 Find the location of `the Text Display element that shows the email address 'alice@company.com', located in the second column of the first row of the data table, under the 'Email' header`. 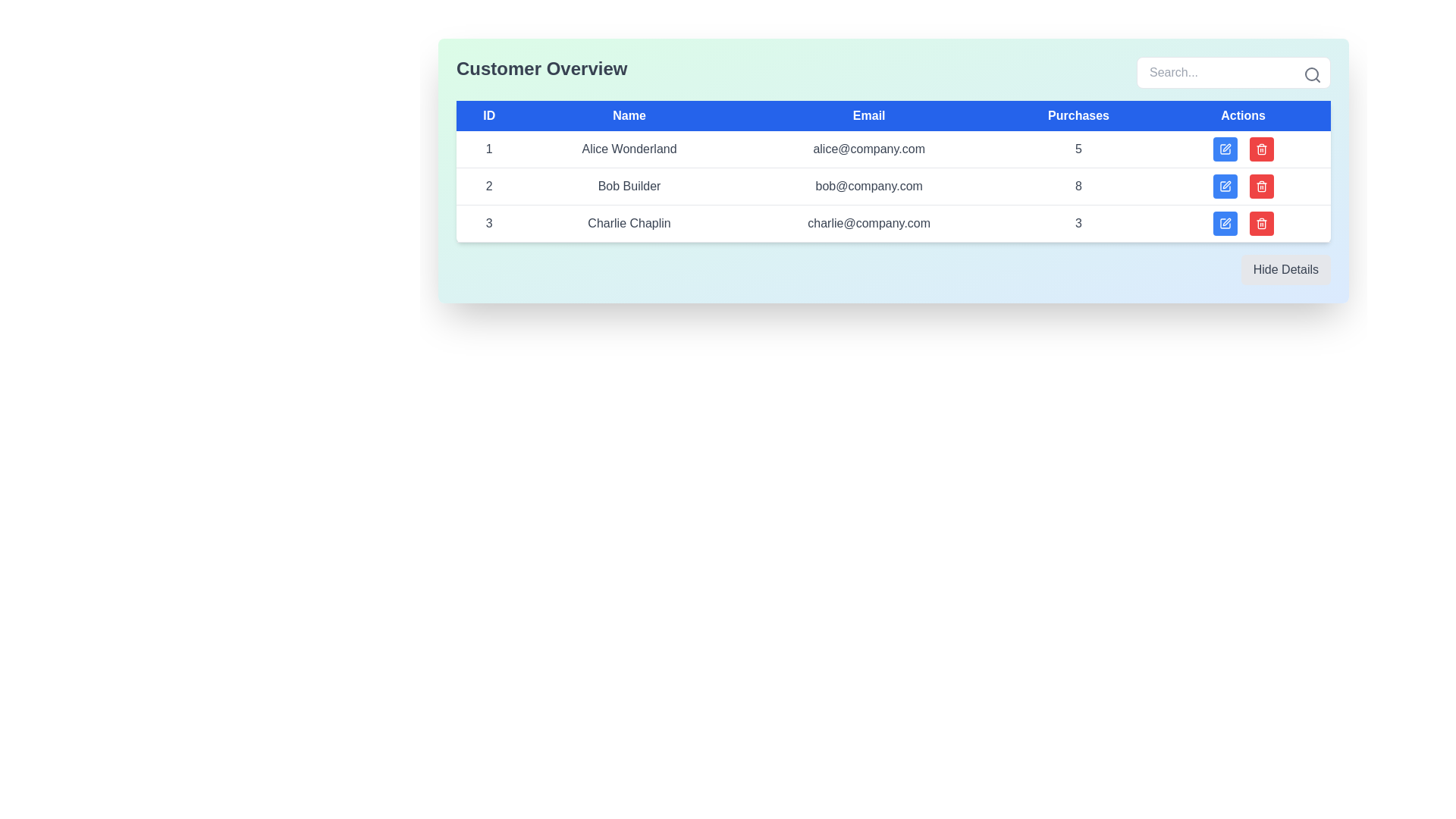

the Text Display element that shows the email address 'alice@company.com', located in the second column of the first row of the data table, under the 'Email' header is located at coordinates (869, 149).